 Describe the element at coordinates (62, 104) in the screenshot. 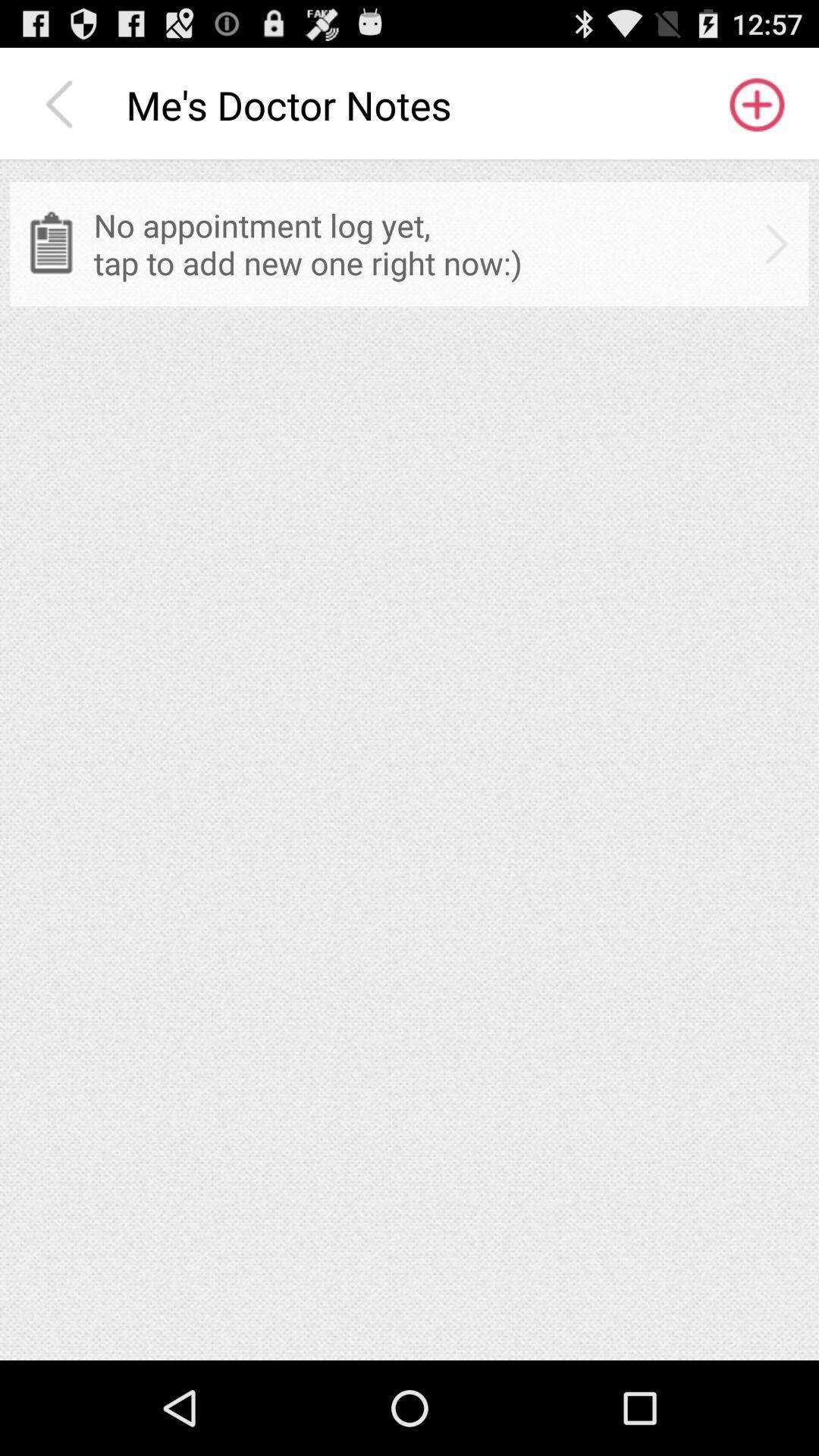

I see `the app above the no appointment log app` at that location.